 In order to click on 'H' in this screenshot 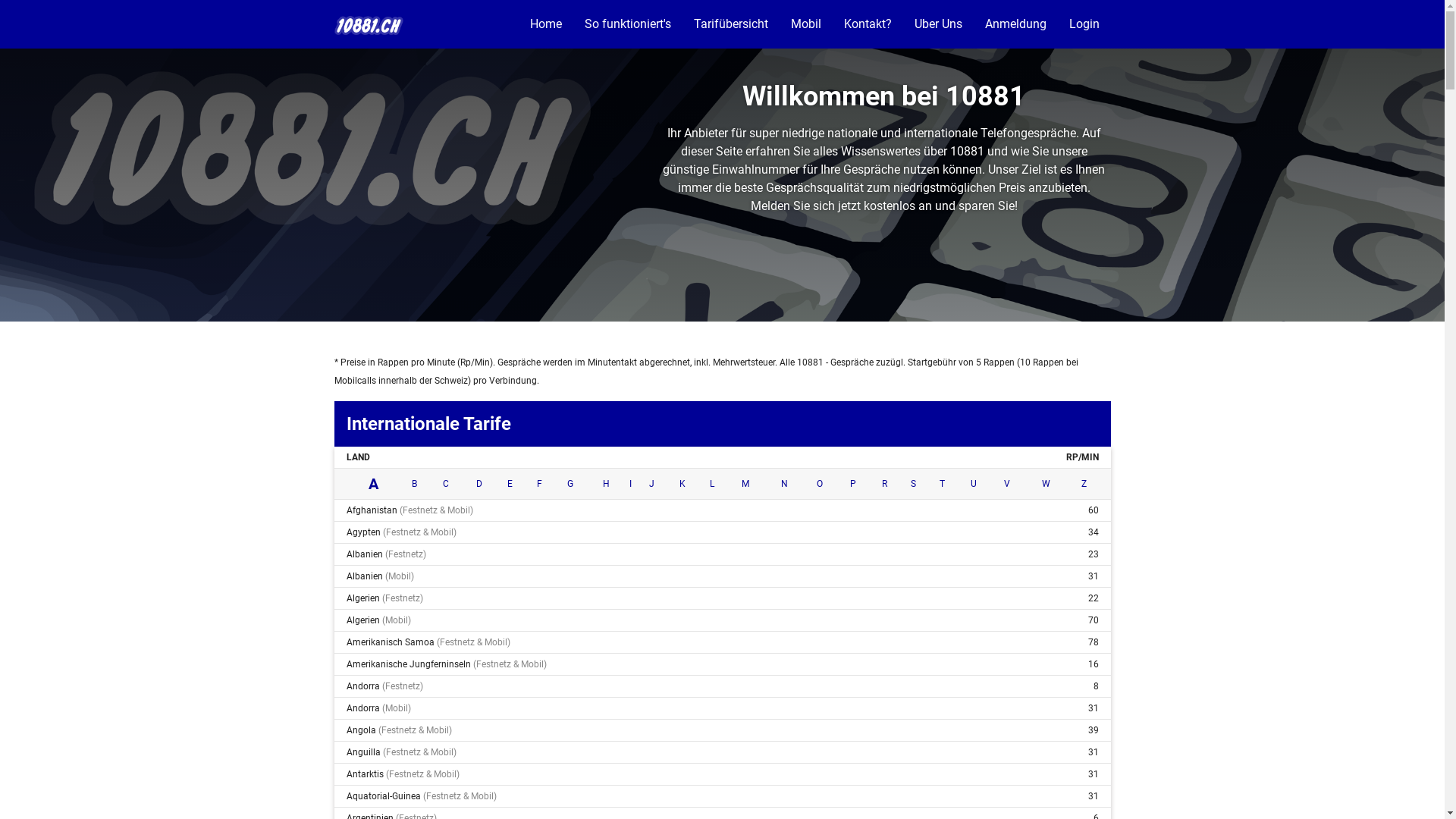, I will do `click(601, 483)`.